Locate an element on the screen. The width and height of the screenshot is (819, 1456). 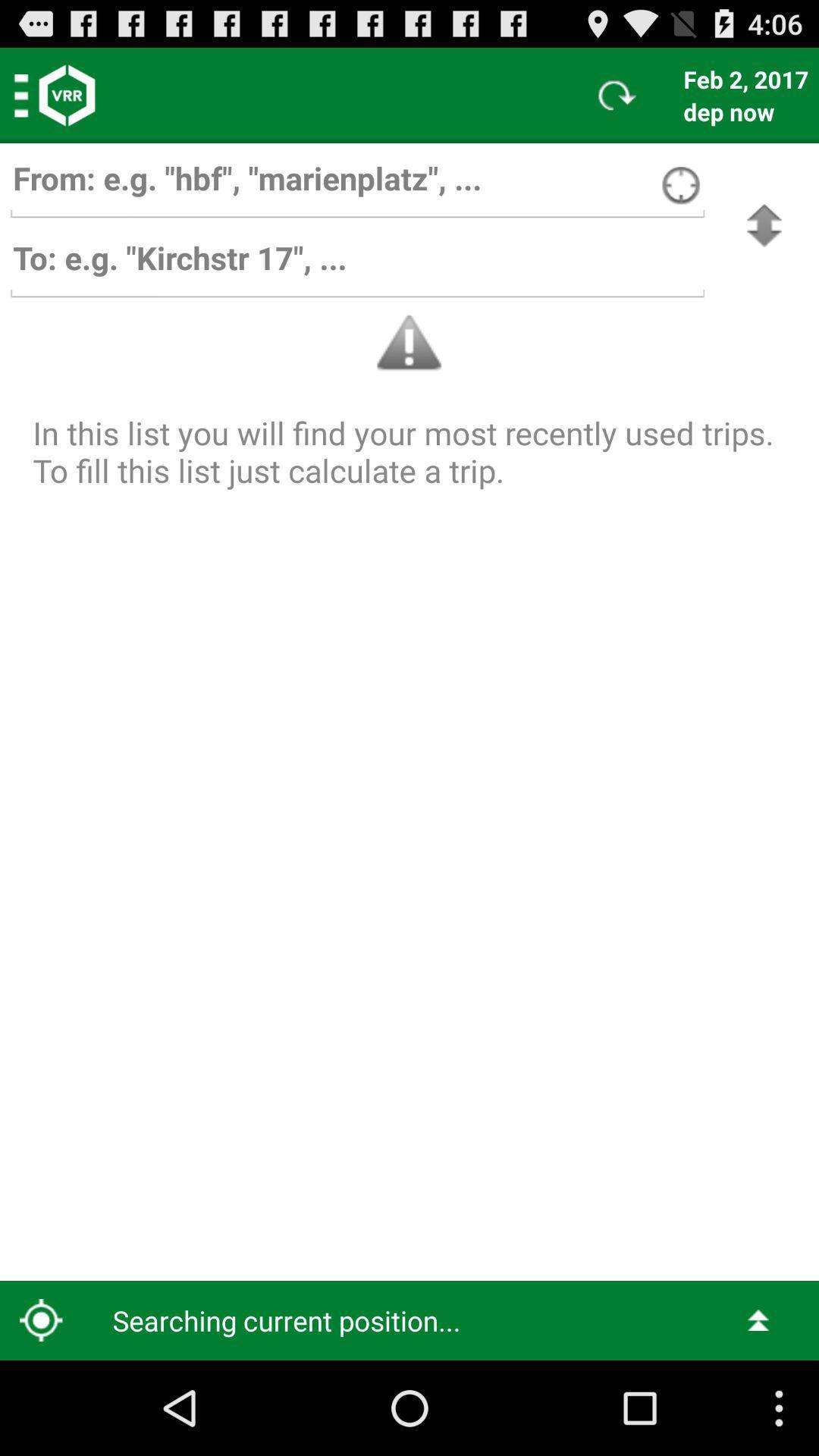
logo above first text field in the page is located at coordinates (66, 94).